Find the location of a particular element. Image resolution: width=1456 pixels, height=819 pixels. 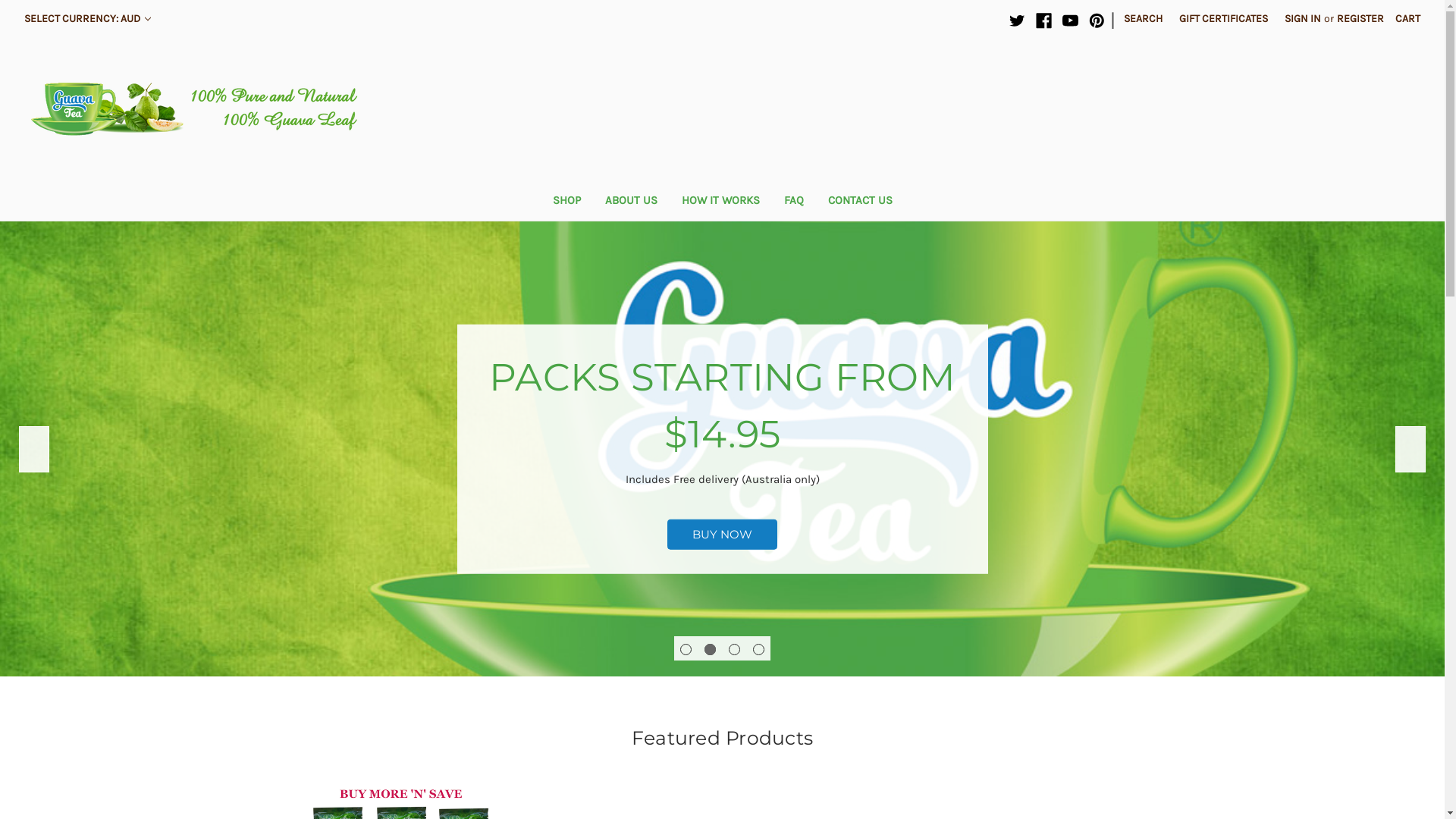

'1' is located at coordinates (679, 648).